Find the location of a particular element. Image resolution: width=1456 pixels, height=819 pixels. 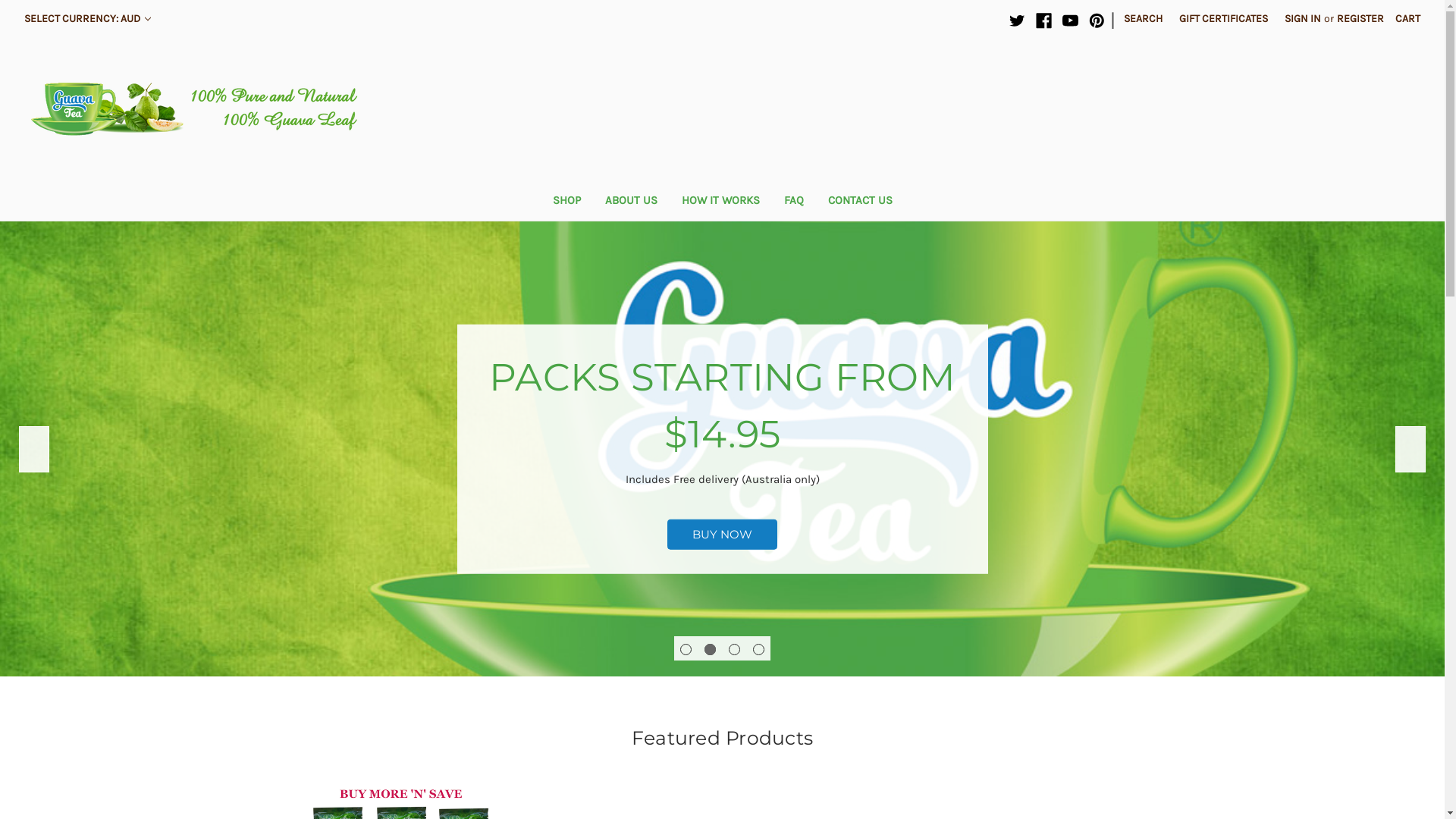

'1' is located at coordinates (679, 648).